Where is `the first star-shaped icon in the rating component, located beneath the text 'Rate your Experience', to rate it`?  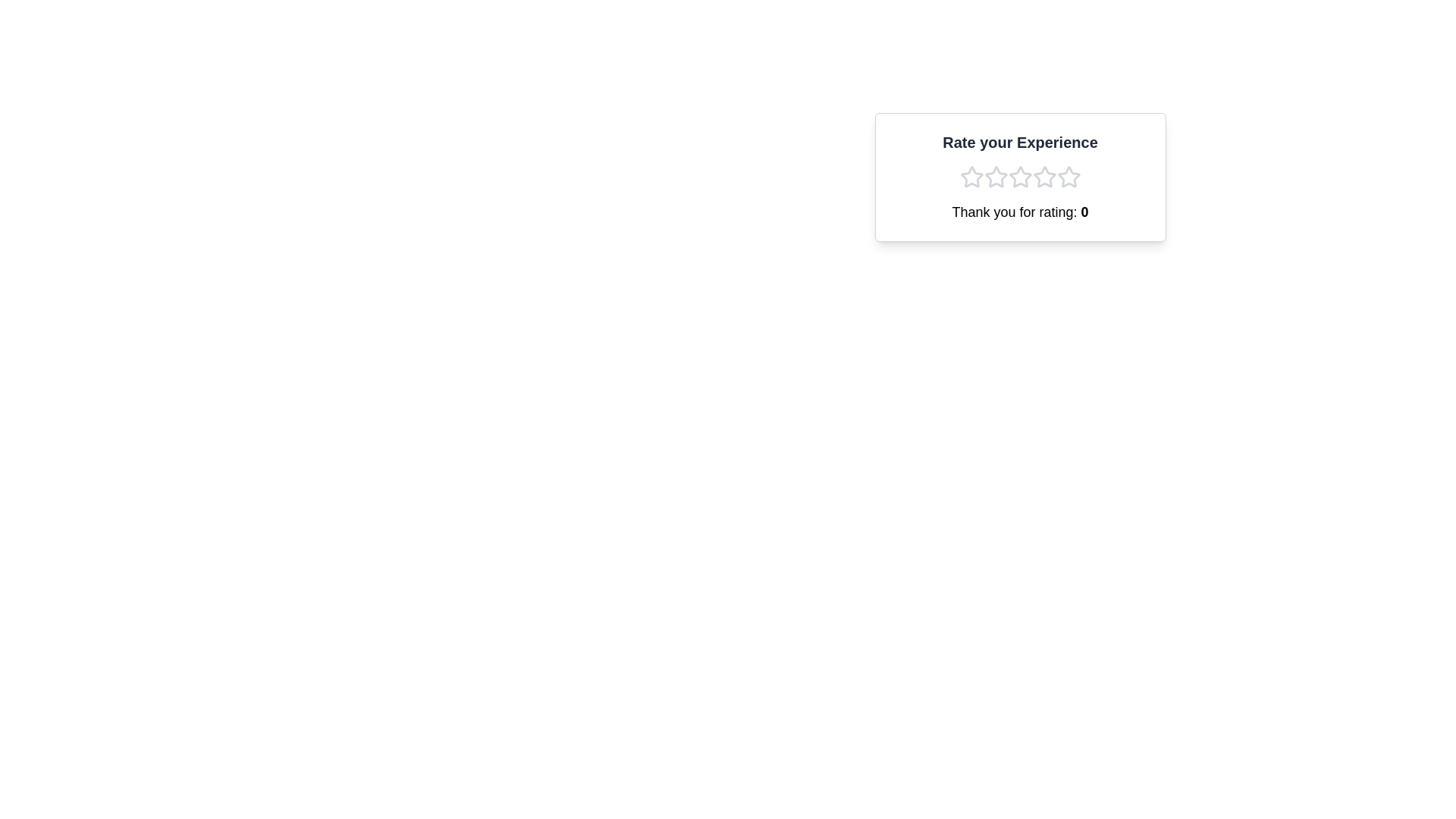 the first star-shaped icon in the rating component, located beneath the text 'Rate your Experience', to rate it is located at coordinates (971, 177).